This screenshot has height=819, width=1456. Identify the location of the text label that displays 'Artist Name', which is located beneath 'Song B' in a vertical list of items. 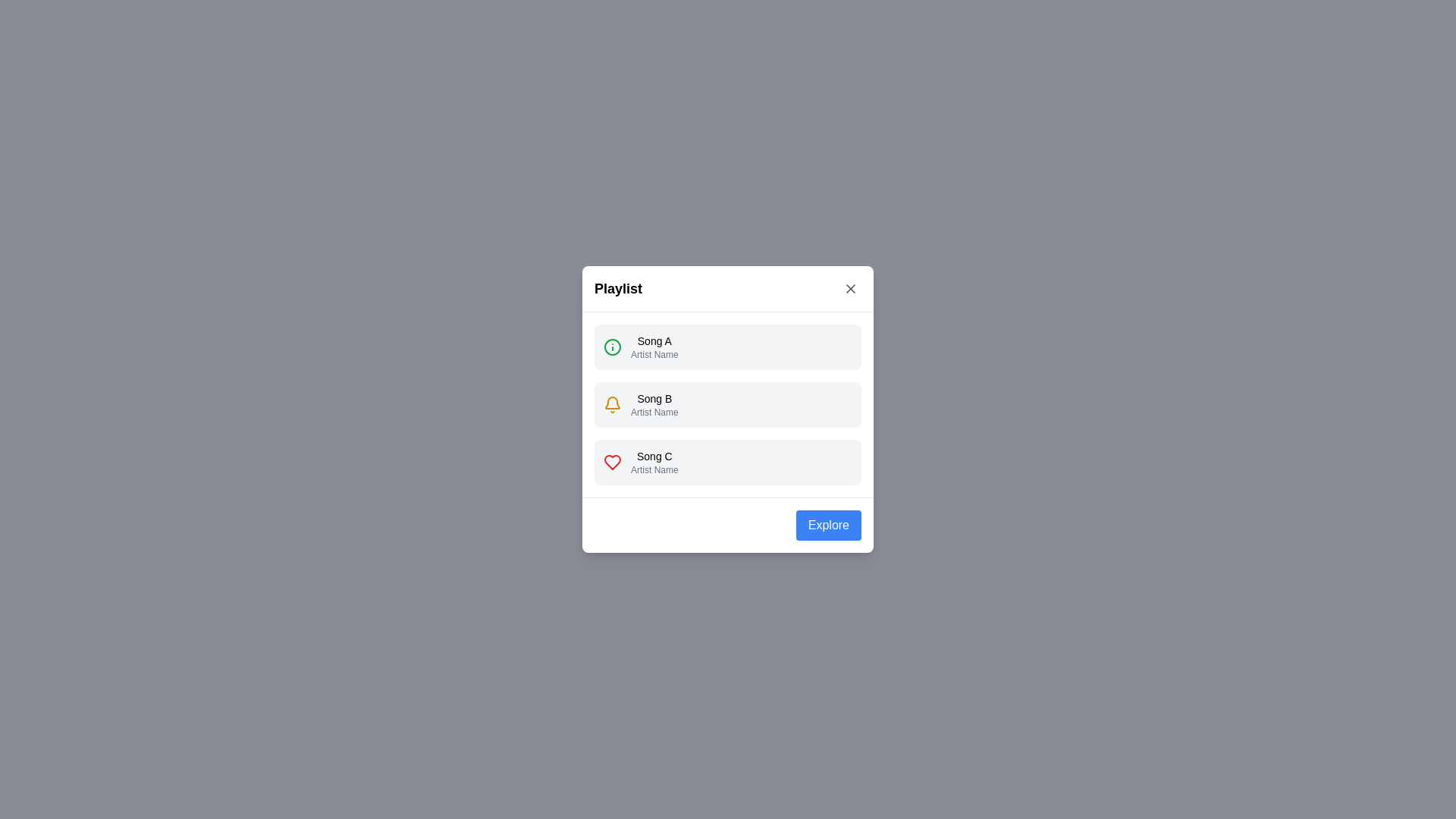
(654, 412).